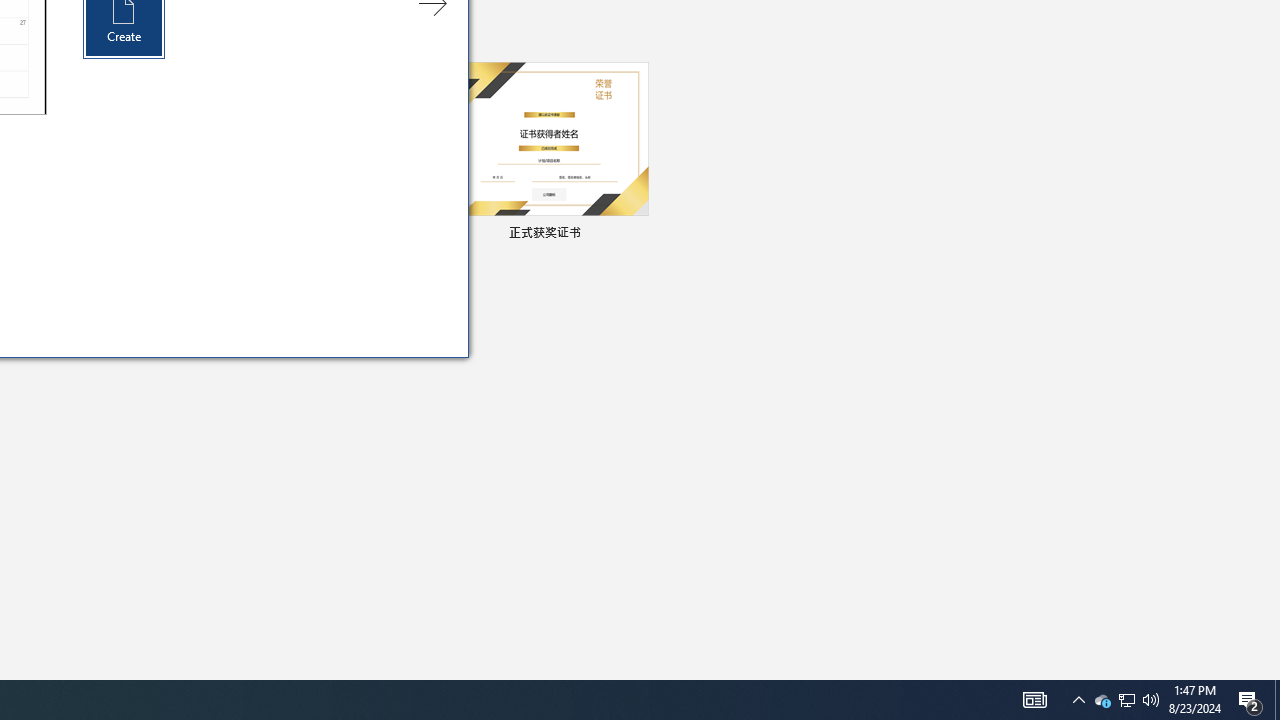 This screenshot has width=1280, height=720. I want to click on 'Action Center, 2 new notifications', so click(1250, 698).